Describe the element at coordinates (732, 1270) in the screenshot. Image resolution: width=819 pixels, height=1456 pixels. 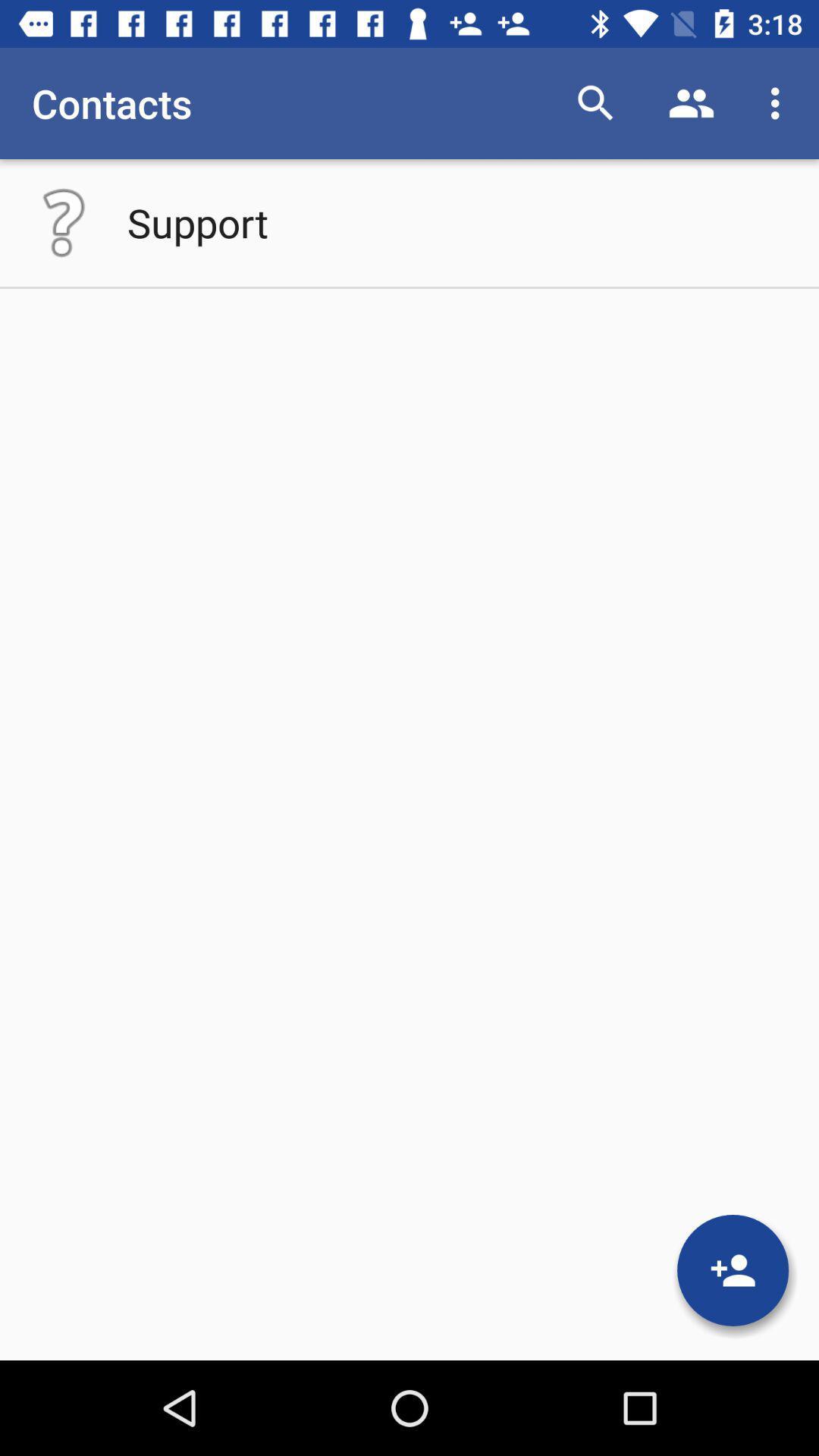
I see `contact` at that location.